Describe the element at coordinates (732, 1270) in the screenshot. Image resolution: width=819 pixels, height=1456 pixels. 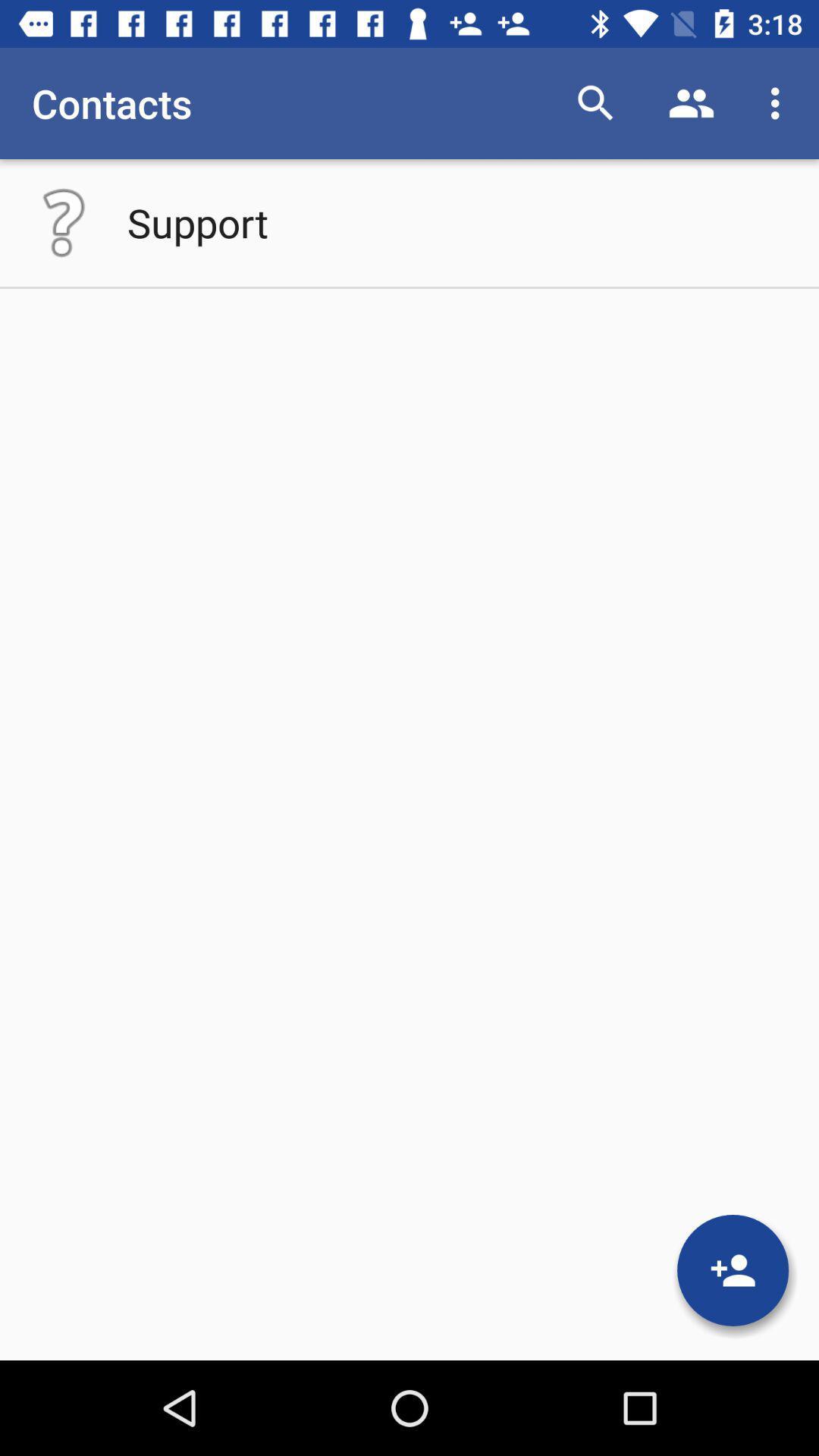
I see `contact` at that location.